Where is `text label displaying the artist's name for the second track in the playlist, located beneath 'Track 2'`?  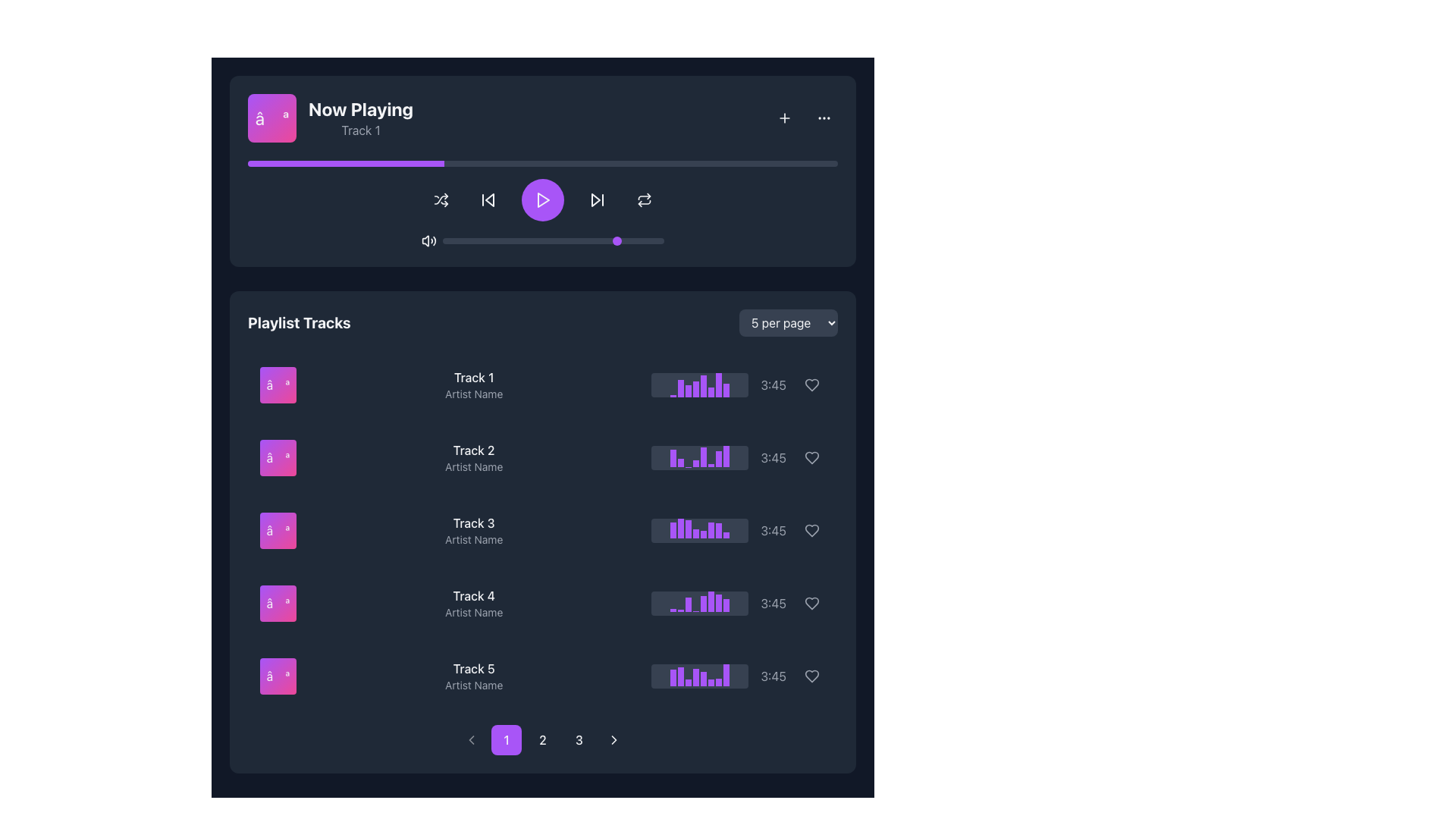
text label displaying the artist's name for the second track in the playlist, located beneath 'Track 2' is located at coordinates (473, 466).